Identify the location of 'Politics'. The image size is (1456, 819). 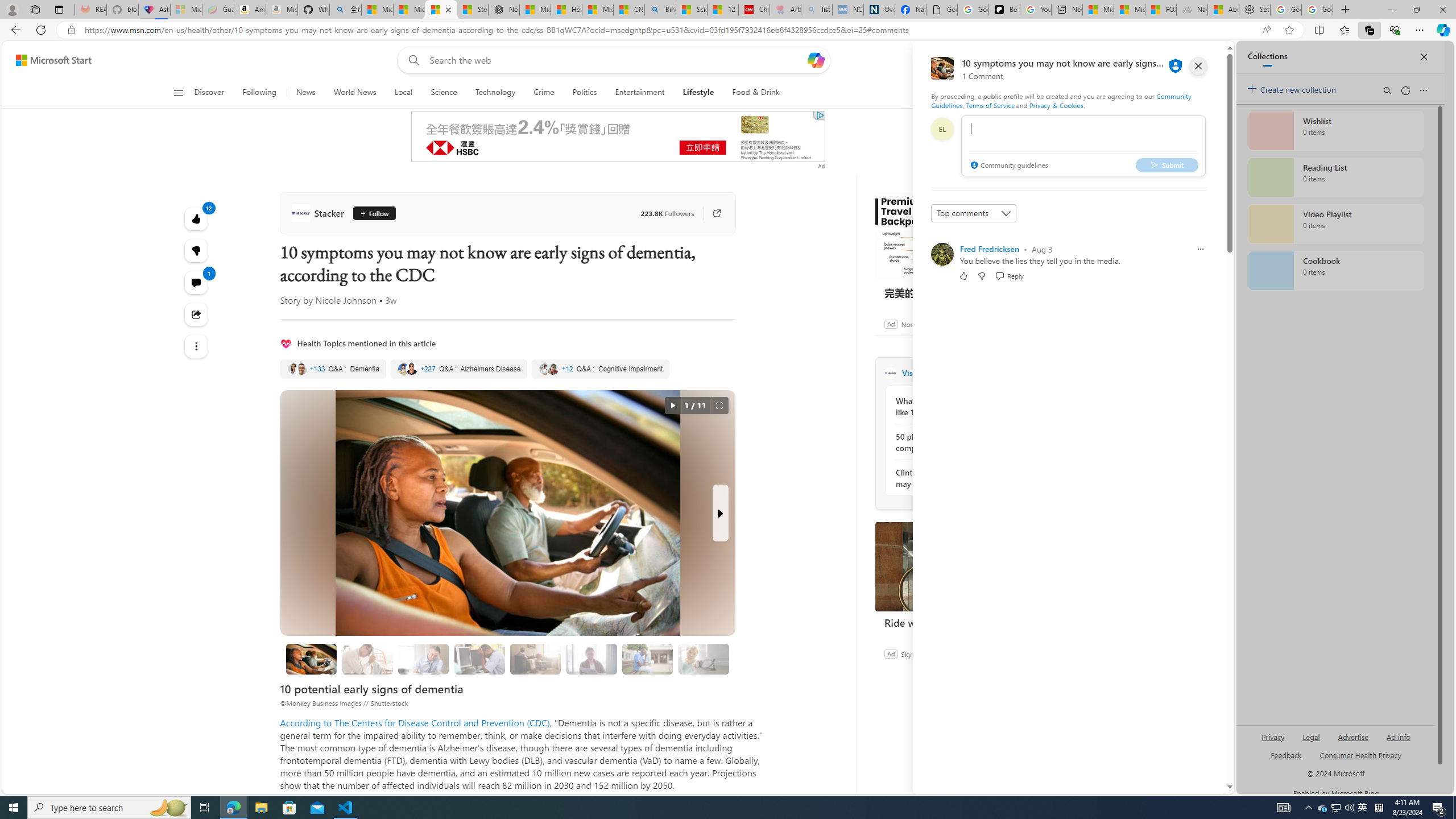
(584, 92).